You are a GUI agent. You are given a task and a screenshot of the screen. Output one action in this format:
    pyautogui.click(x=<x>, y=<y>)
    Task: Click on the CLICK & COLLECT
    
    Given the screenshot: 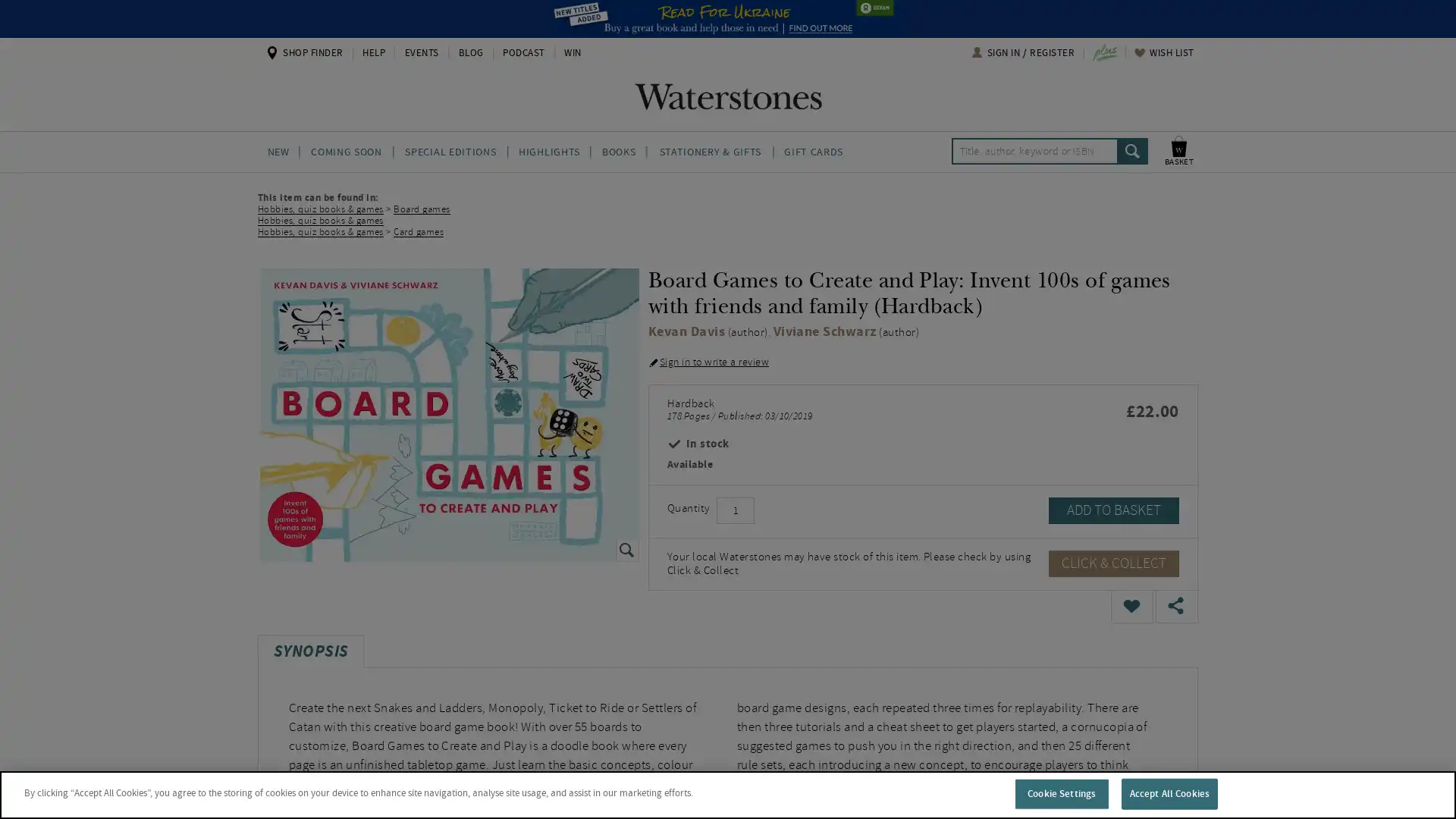 What is the action you would take?
    pyautogui.click(x=1113, y=563)
    